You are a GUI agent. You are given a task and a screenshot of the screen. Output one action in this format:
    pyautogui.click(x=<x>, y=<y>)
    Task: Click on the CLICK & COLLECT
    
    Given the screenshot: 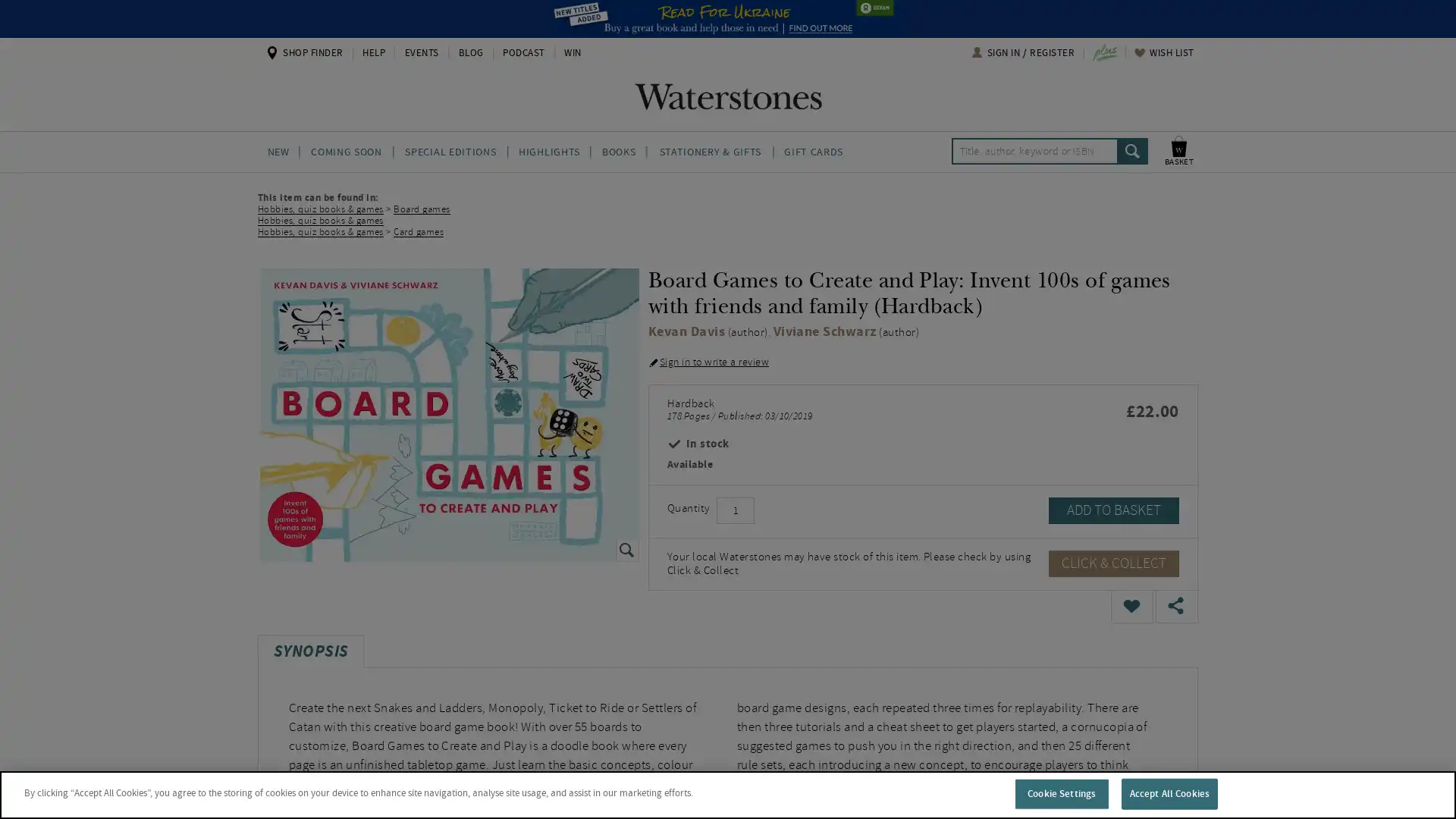 What is the action you would take?
    pyautogui.click(x=1113, y=563)
    